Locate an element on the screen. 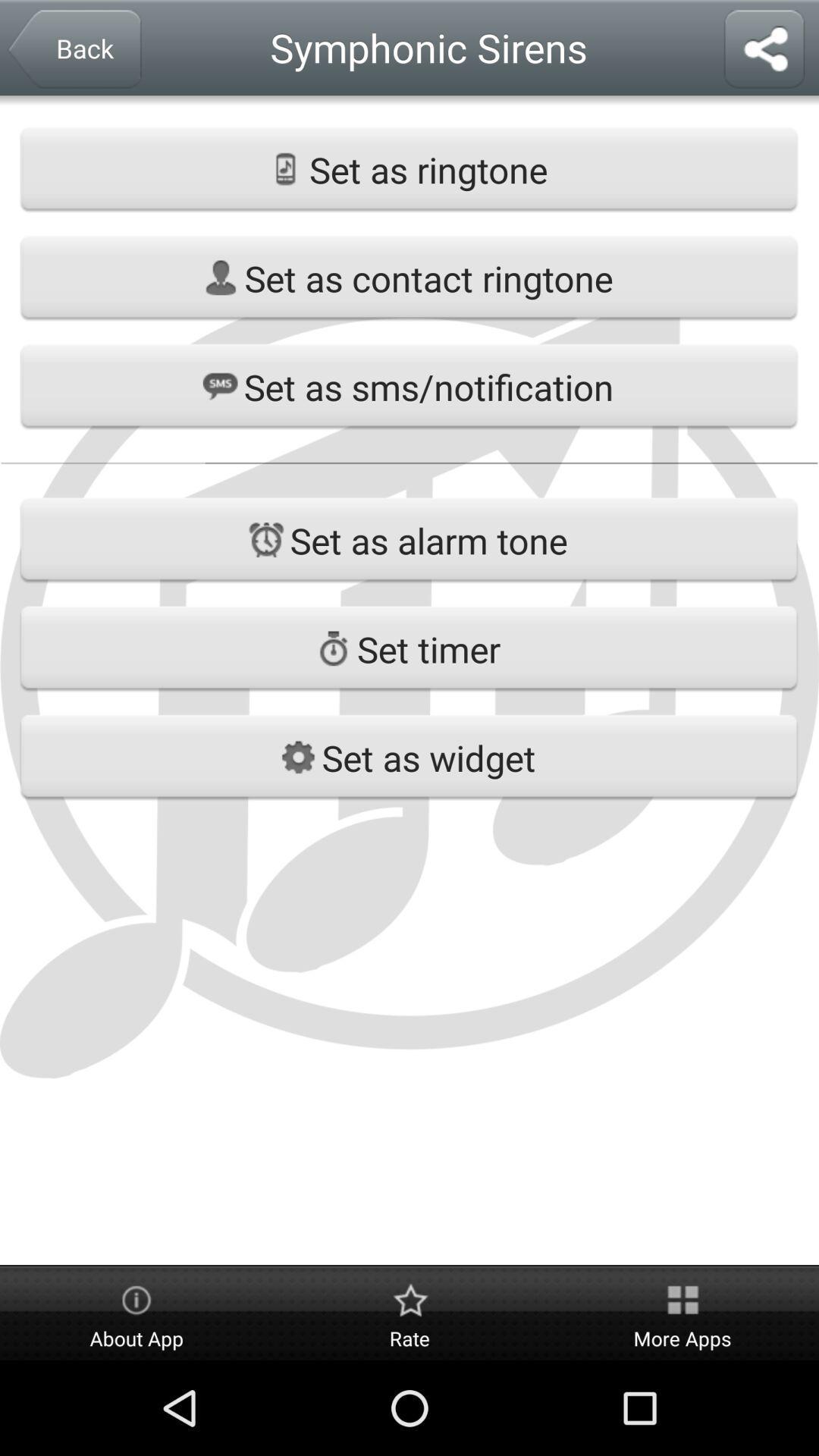 The image size is (819, 1456). the icon left to set as alarm tone is located at coordinates (265, 539).